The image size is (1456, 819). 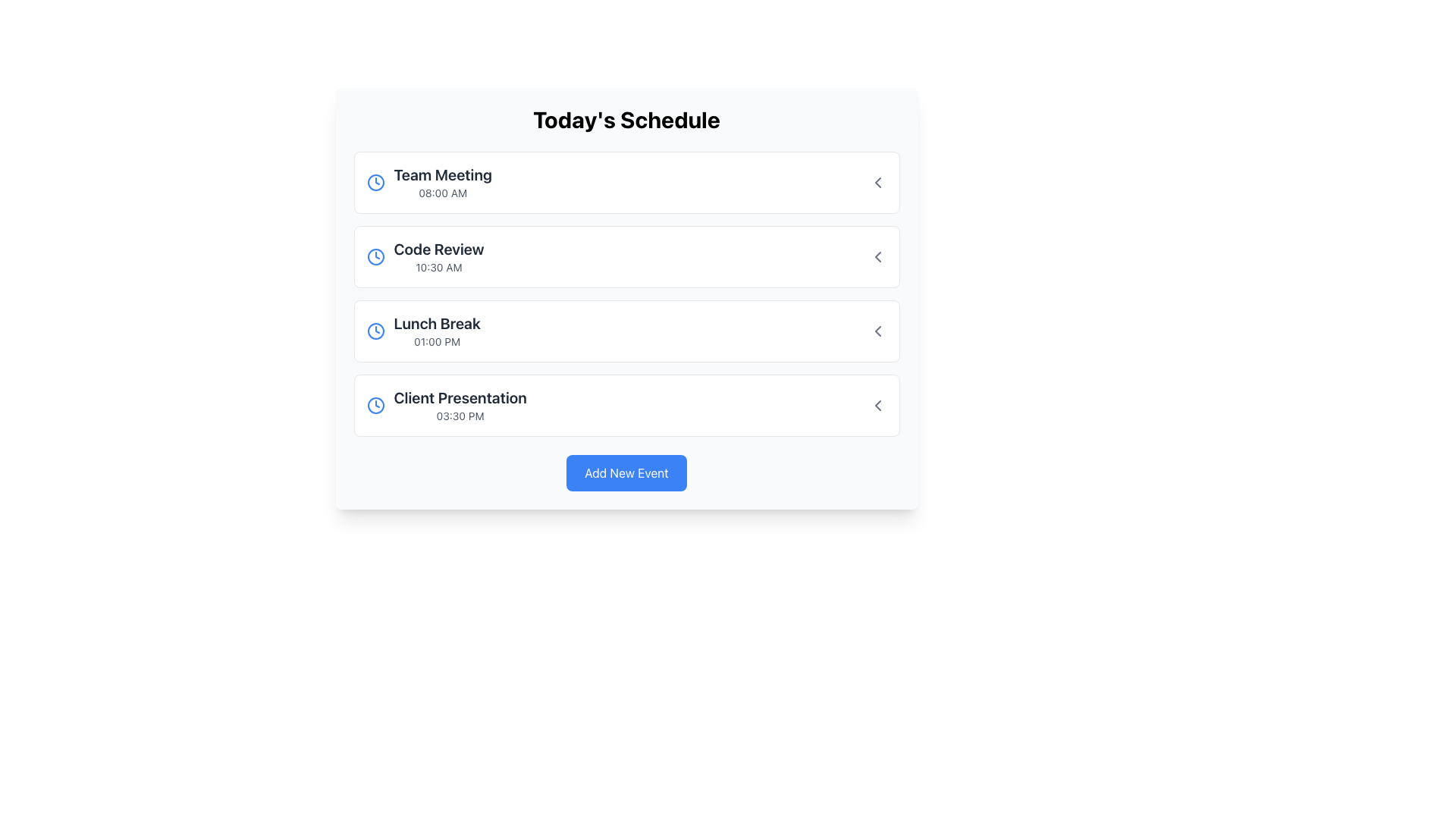 What do you see at coordinates (438, 256) in the screenshot?
I see `event's time and title from the Descriptive Text Block displaying 'Code Review' scheduled for 10:30 AM, located as the second item in the vertical list under 'Today's Schedule.'` at bounding box center [438, 256].